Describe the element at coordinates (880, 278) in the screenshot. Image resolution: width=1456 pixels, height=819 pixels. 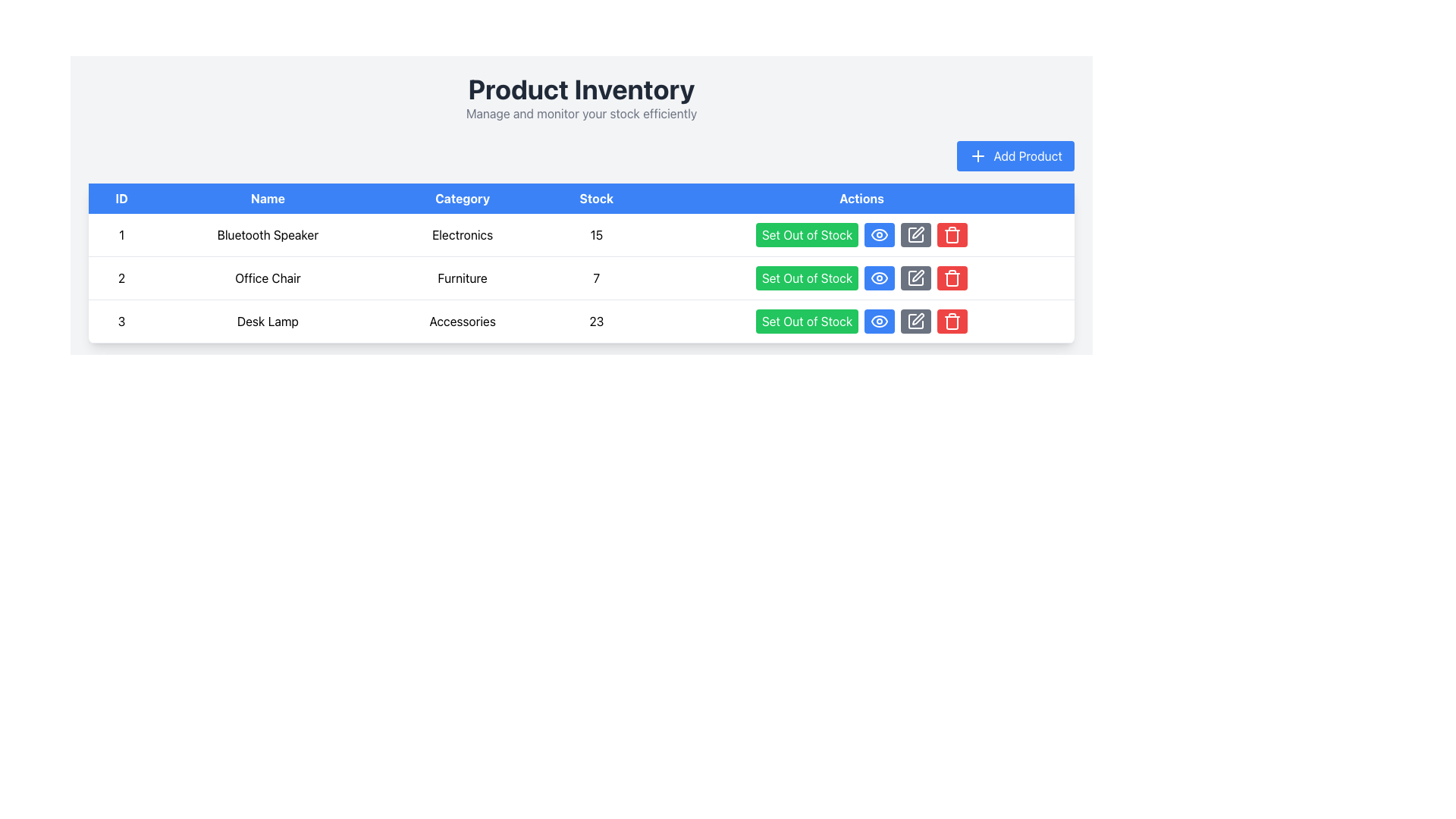
I see `the eye icon button` at that location.